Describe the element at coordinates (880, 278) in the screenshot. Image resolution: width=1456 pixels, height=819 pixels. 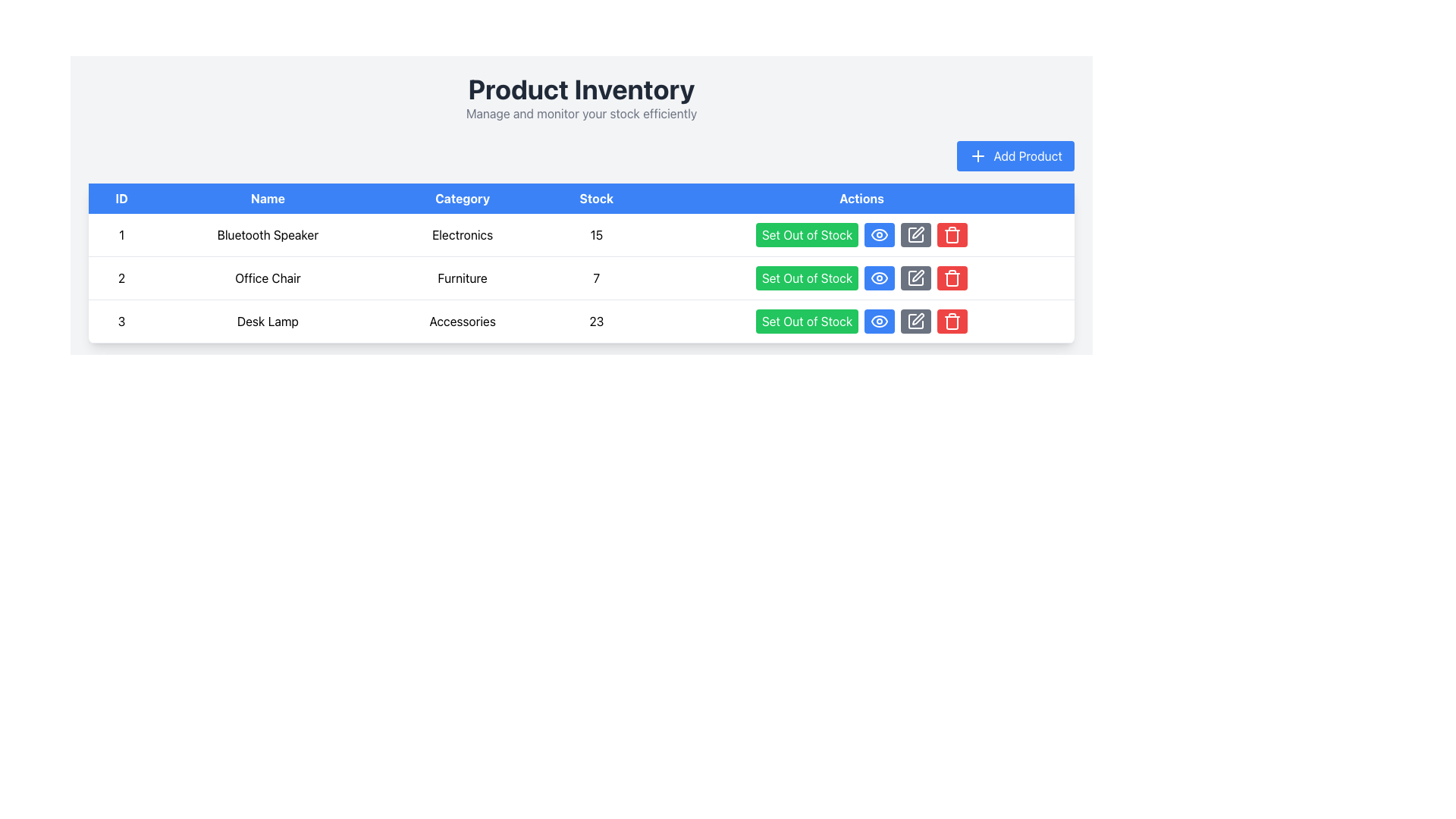
I see `the eye icon button` at that location.